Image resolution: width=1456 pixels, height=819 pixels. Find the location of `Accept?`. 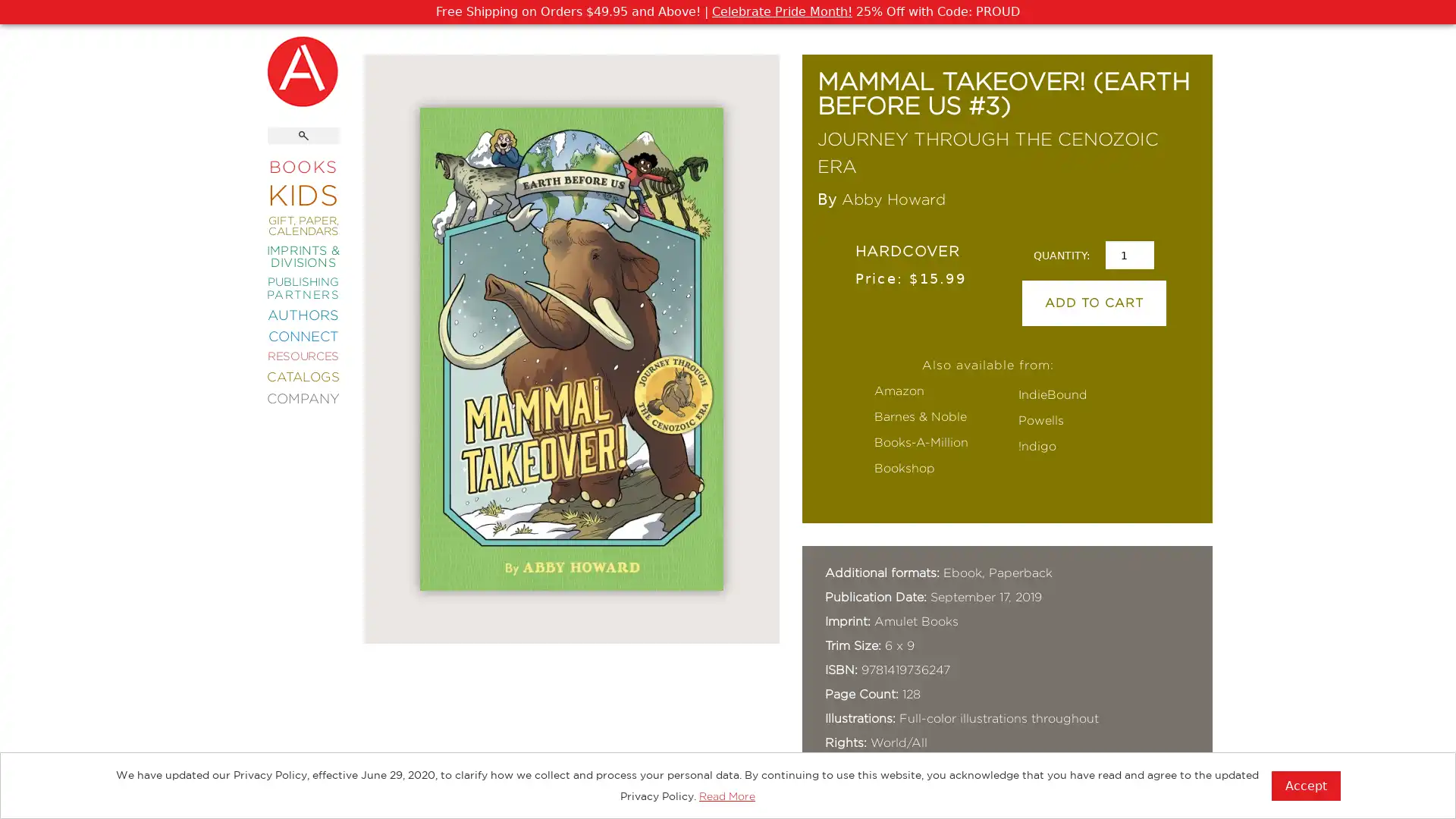

Accept? is located at coordinates (1305, 785).